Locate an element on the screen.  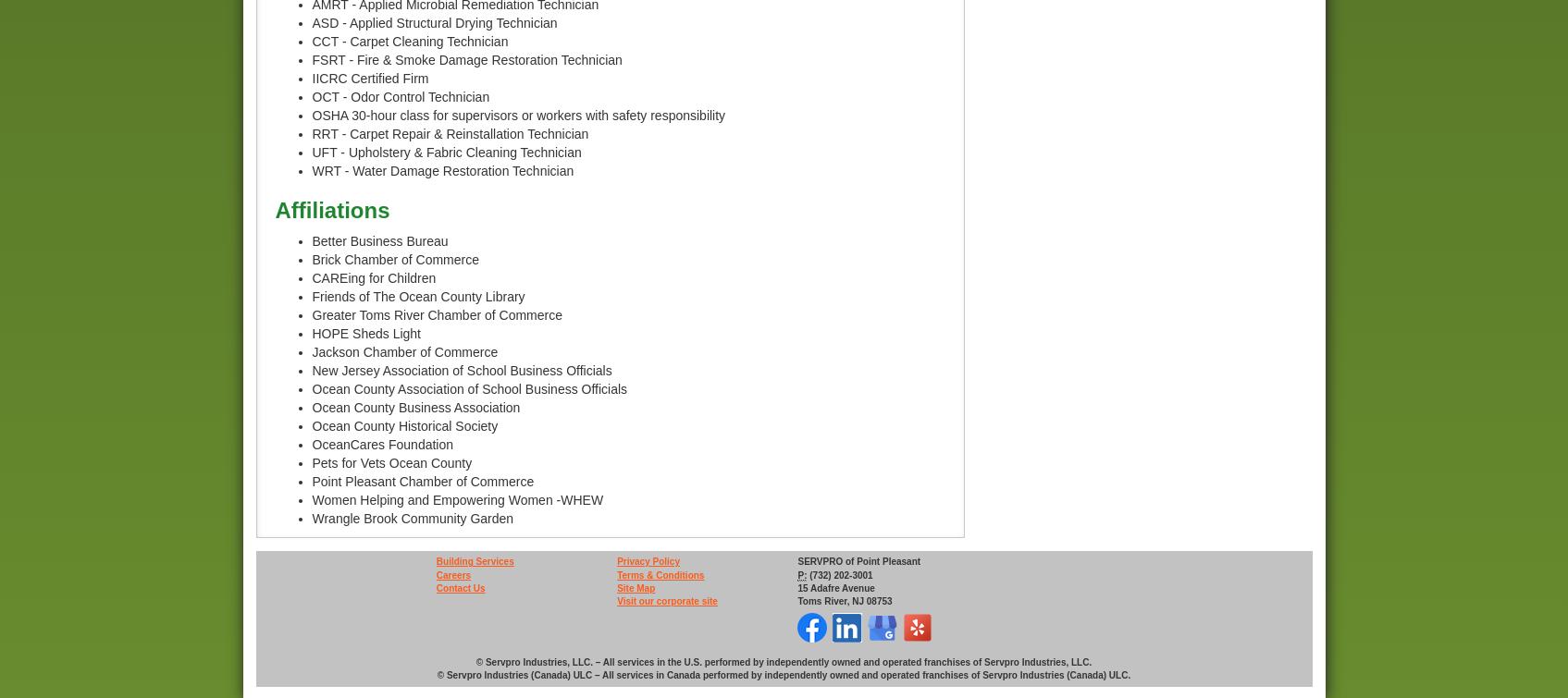
'Friends of The Ocean County Library' is located at coordinates (418, 297).